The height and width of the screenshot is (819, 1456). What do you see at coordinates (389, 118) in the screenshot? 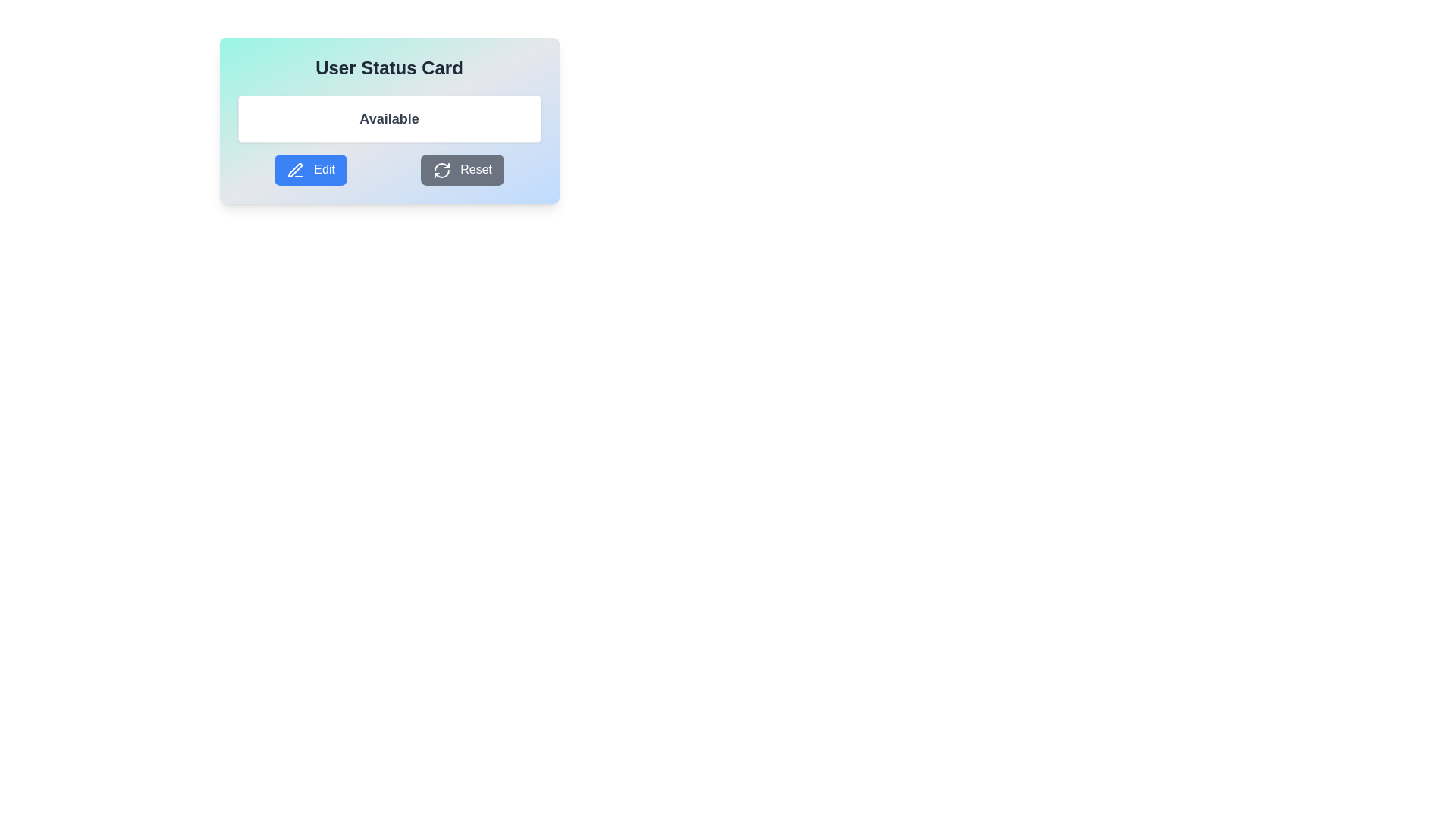
I see `the status indicator label located within the 'User Status Card', positioned above the 'Edit' and 'Reset' buttons` at bounding box center [389, 118].